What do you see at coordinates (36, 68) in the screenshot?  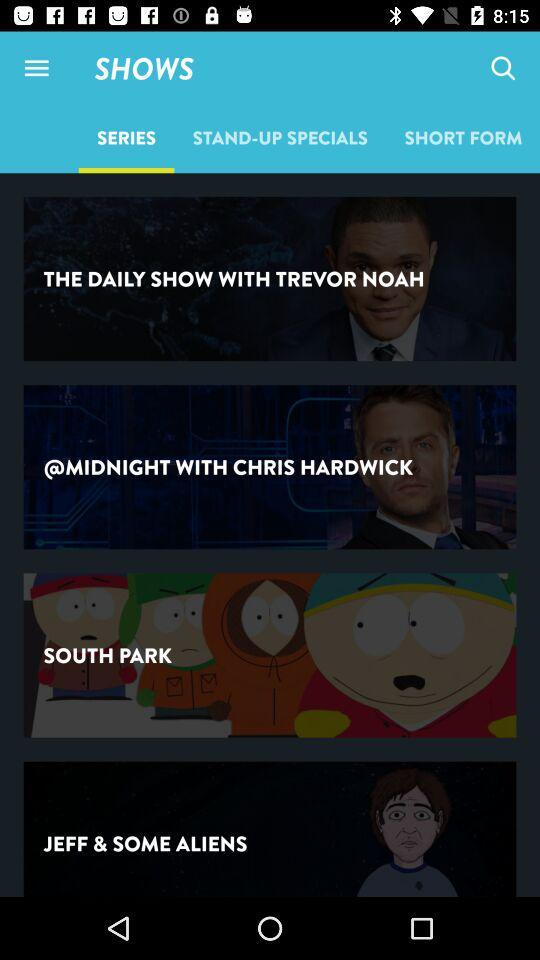 I see `more options` at bounding box center [36, 68].